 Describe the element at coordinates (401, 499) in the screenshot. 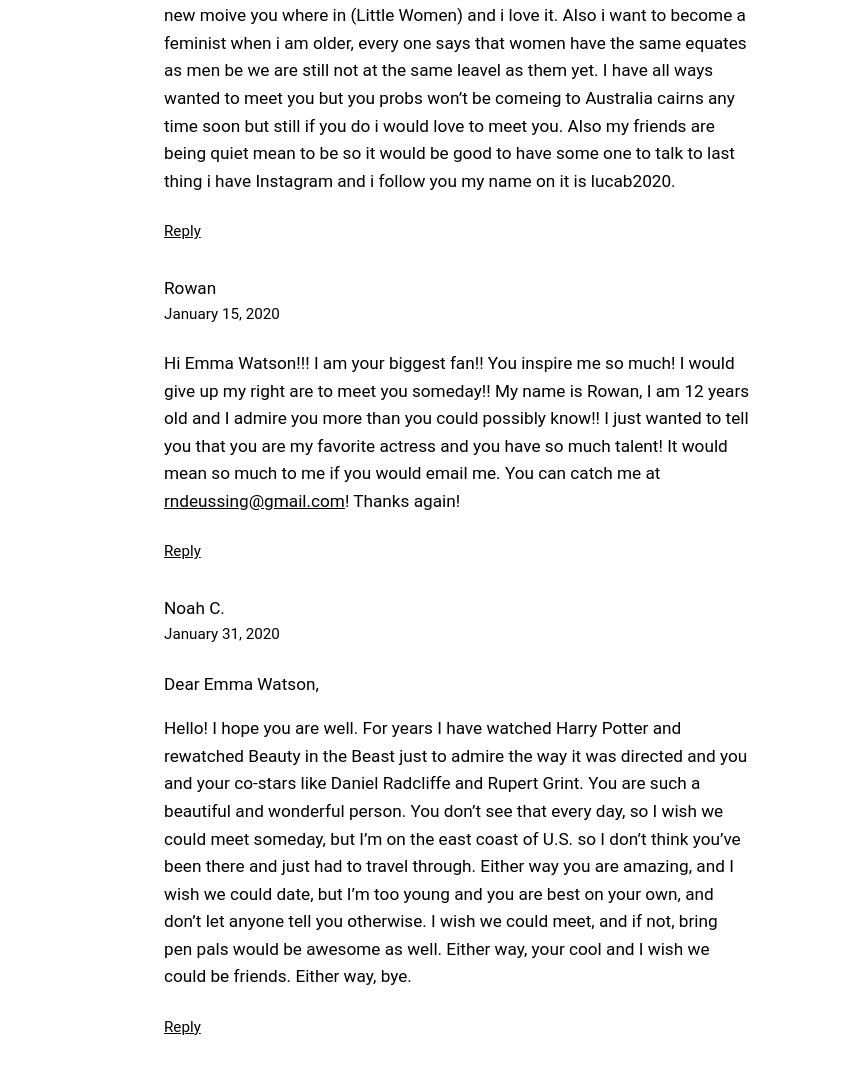

I see `'! Thanks again!'` at that location.